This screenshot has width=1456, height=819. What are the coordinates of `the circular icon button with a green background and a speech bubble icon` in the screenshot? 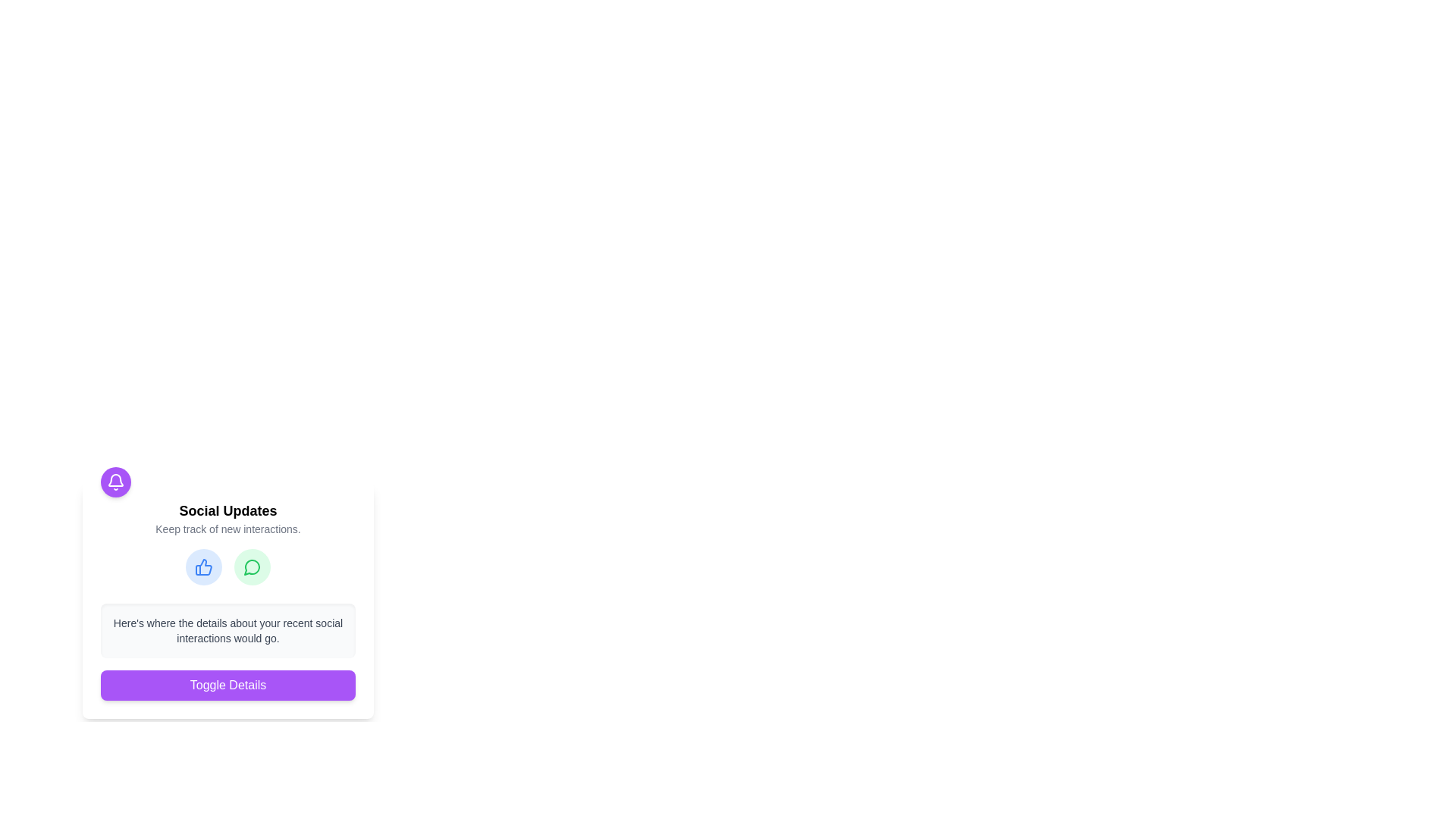 It's located at (252, 567).